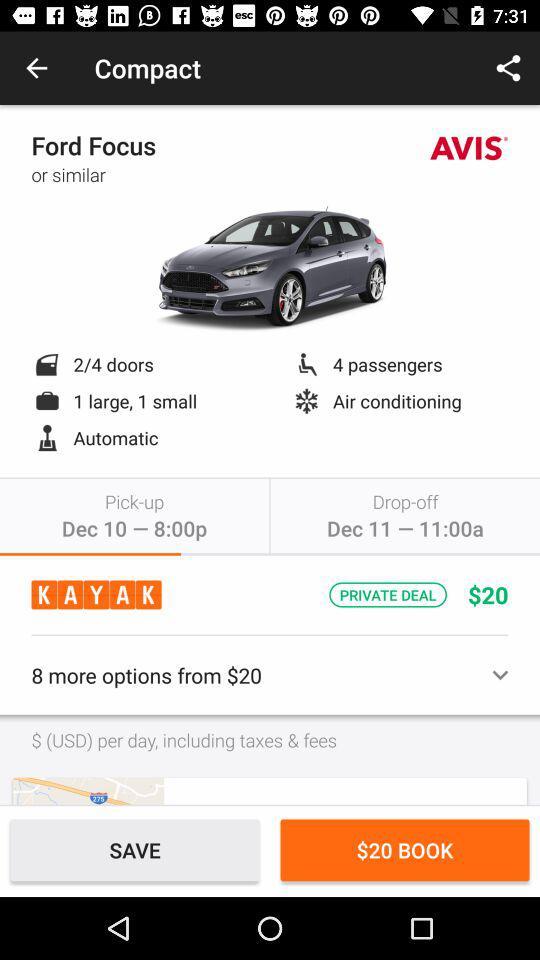 This screenshot has width=540, height=960. What do you see at coordinates (87, 791) in the screenshot?
I see `use map` at bounding box center [87, 791].